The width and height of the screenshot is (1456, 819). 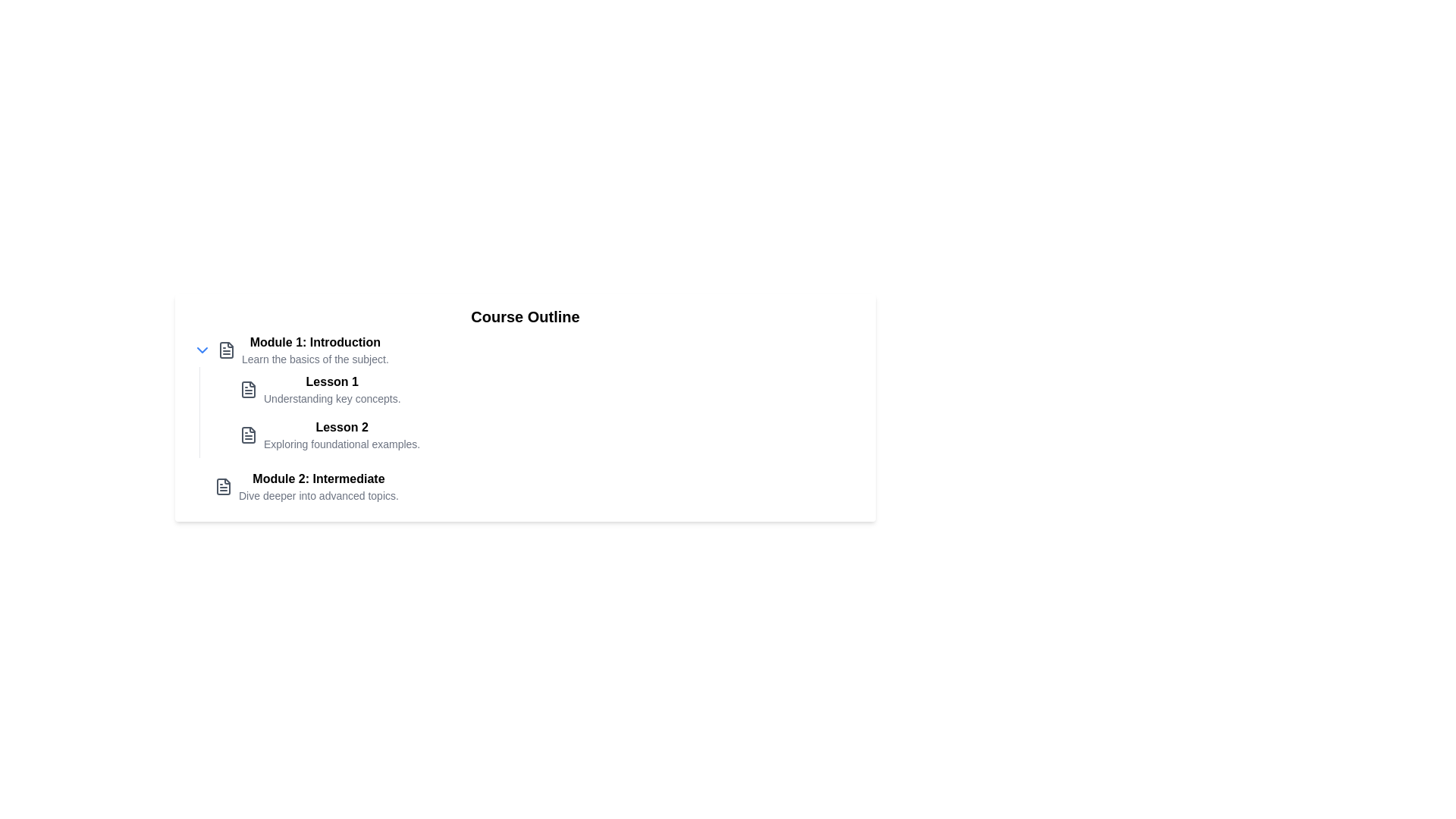 I want to click on the document icon associated with 'Lesson 2', which is located in the middle-left of the user interface, near the textual content titled 'Lesson 2', so click(x=248, y=388).